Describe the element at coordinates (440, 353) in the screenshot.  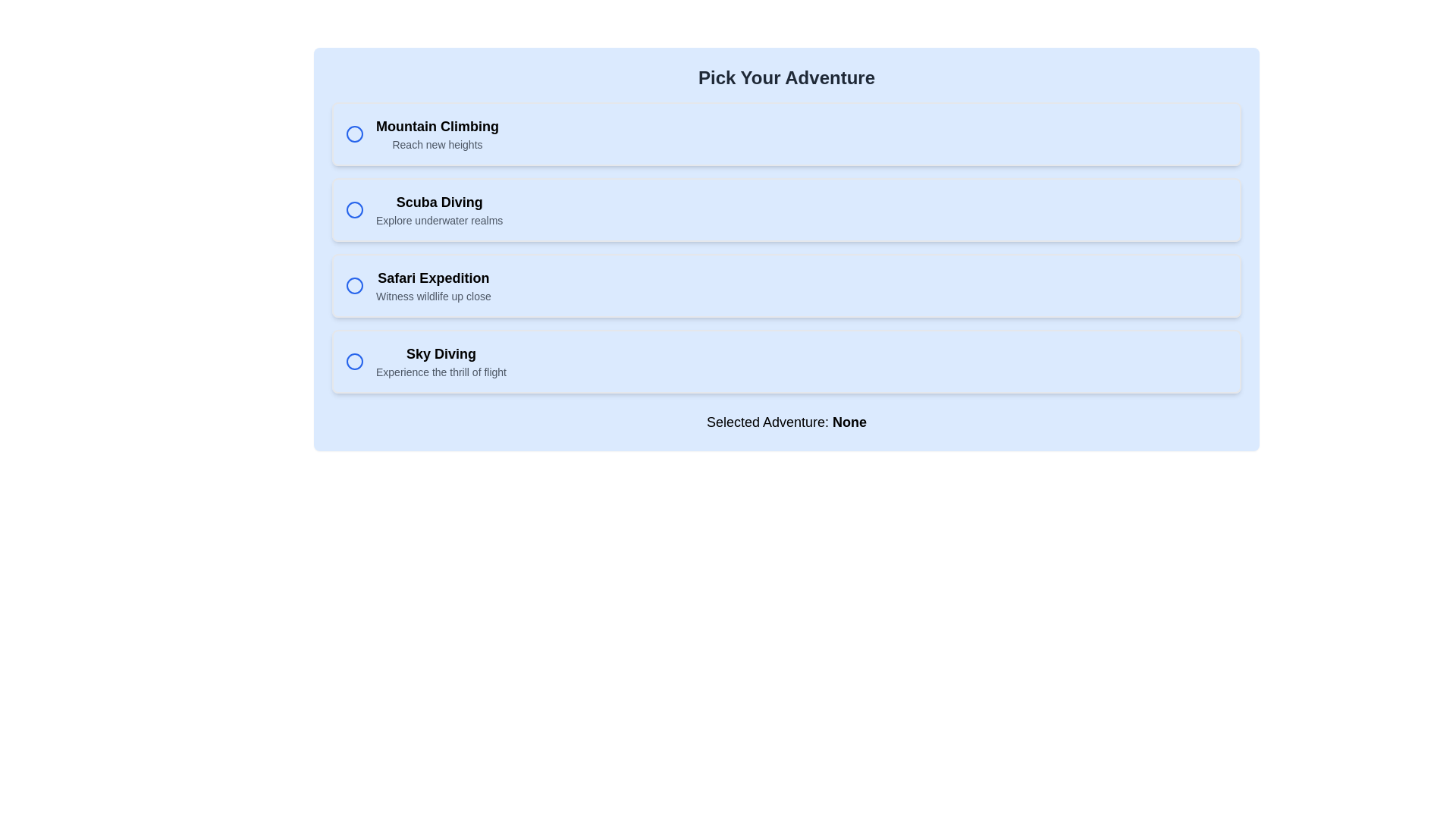
I see `text label for the 'Sky Diving' option in the selection list titled 'Pick Your Adventure', which serves as the main label for this choice` at that location.